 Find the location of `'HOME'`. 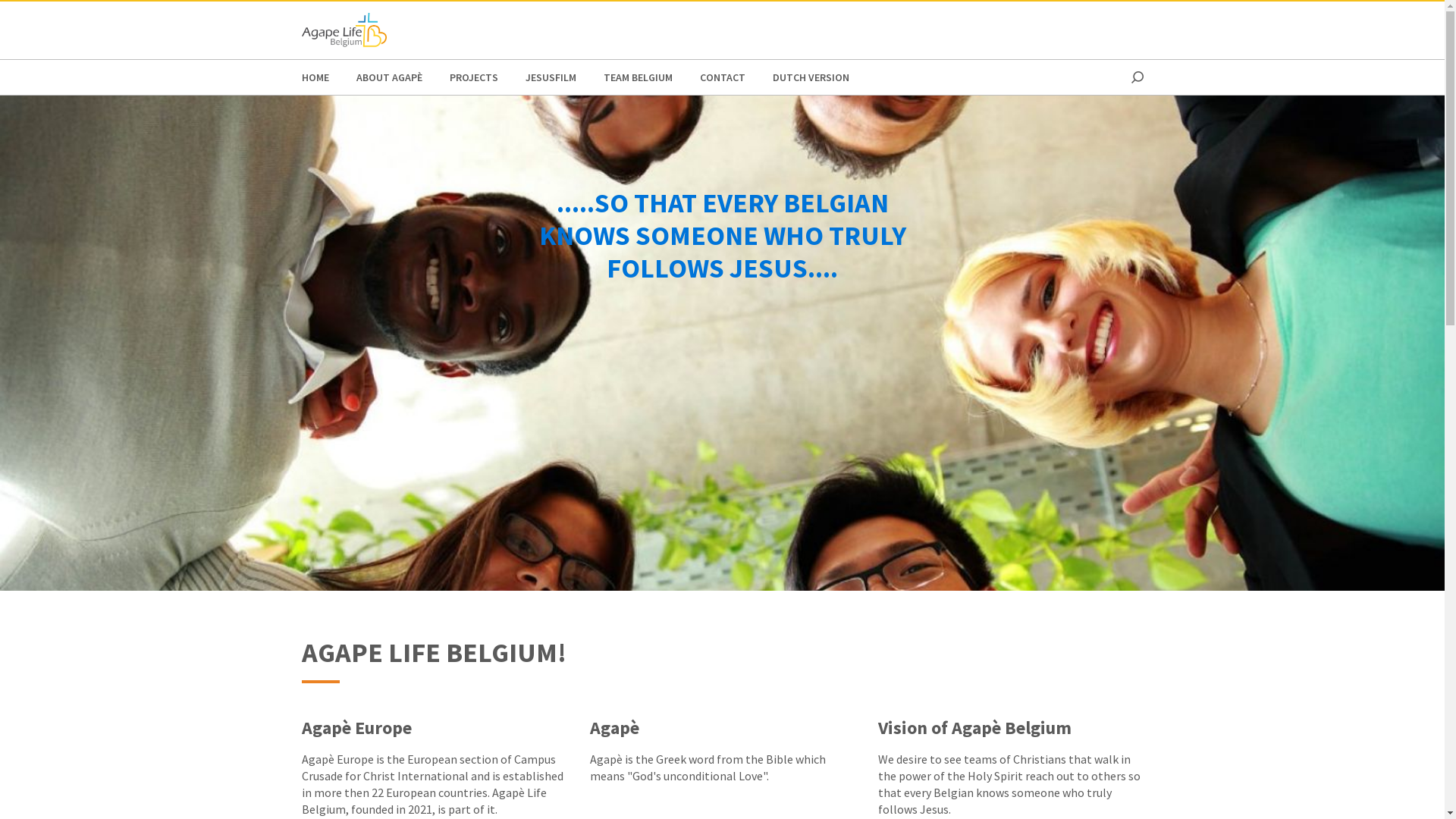

'HOME' is located at coordinates (315, 77).